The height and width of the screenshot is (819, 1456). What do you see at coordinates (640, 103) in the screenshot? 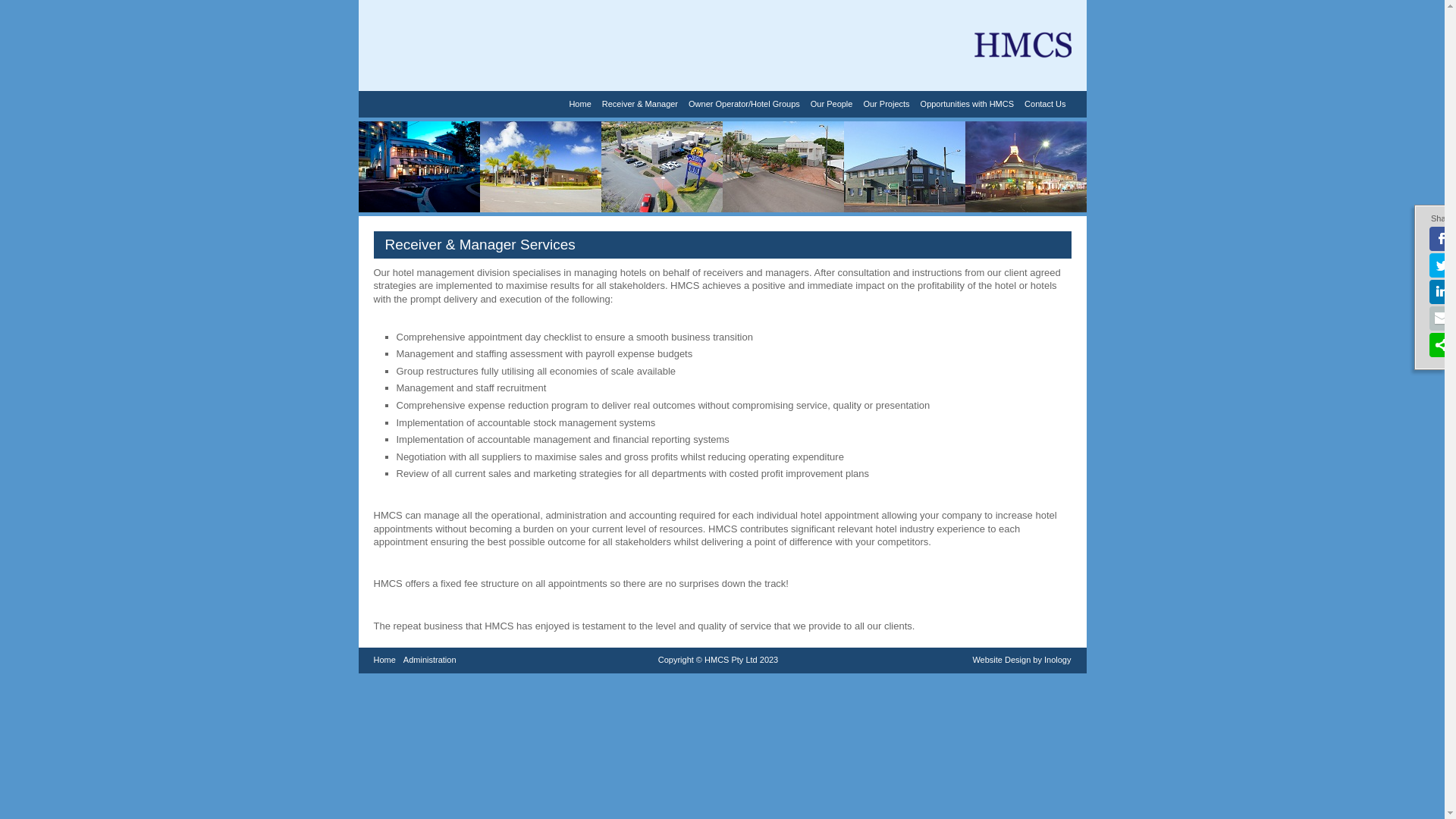
I see `'Receiver & Manager'` at bounding box center [640, 103].